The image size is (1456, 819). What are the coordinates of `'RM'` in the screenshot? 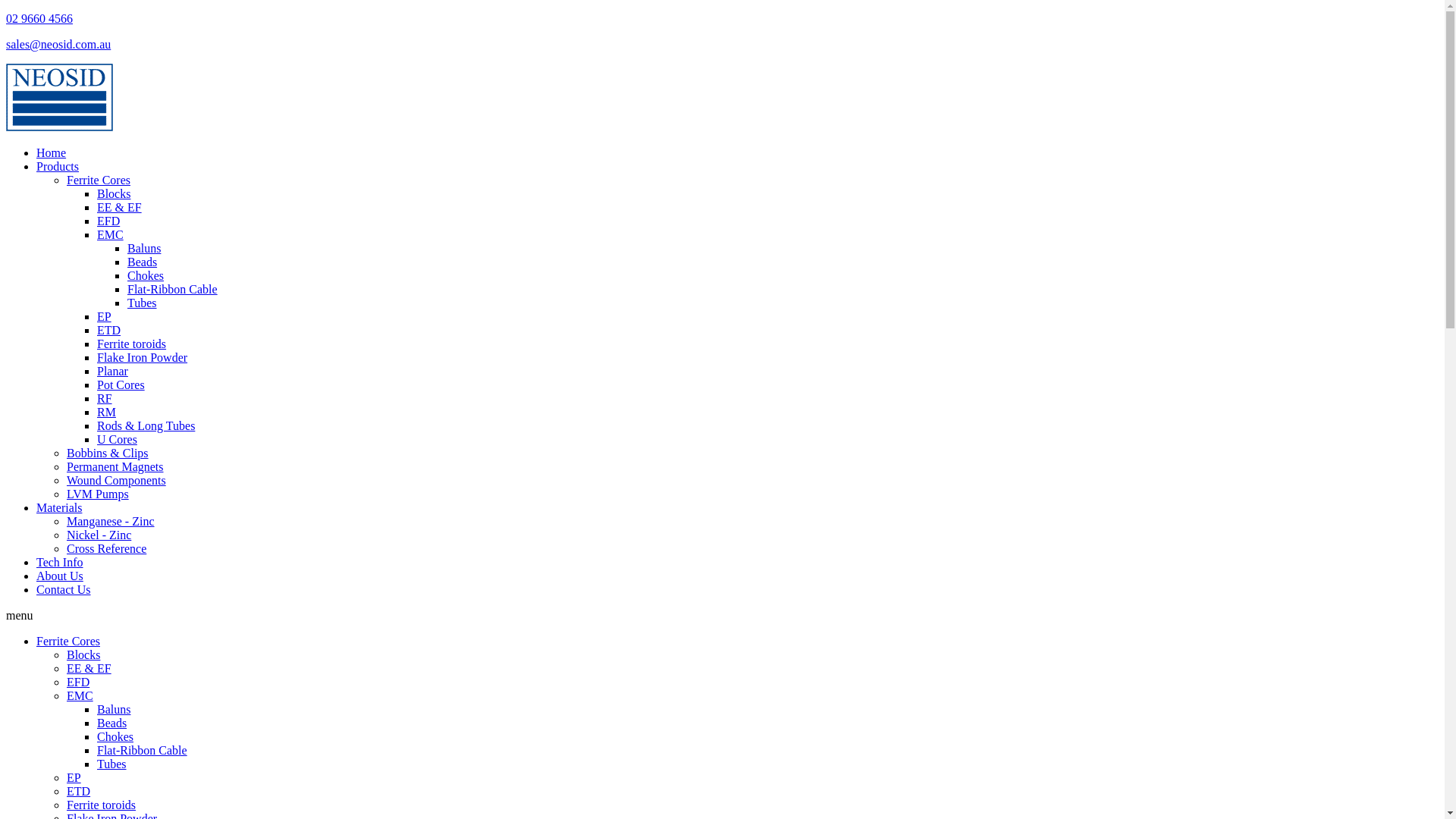 It's located at (105, 412).